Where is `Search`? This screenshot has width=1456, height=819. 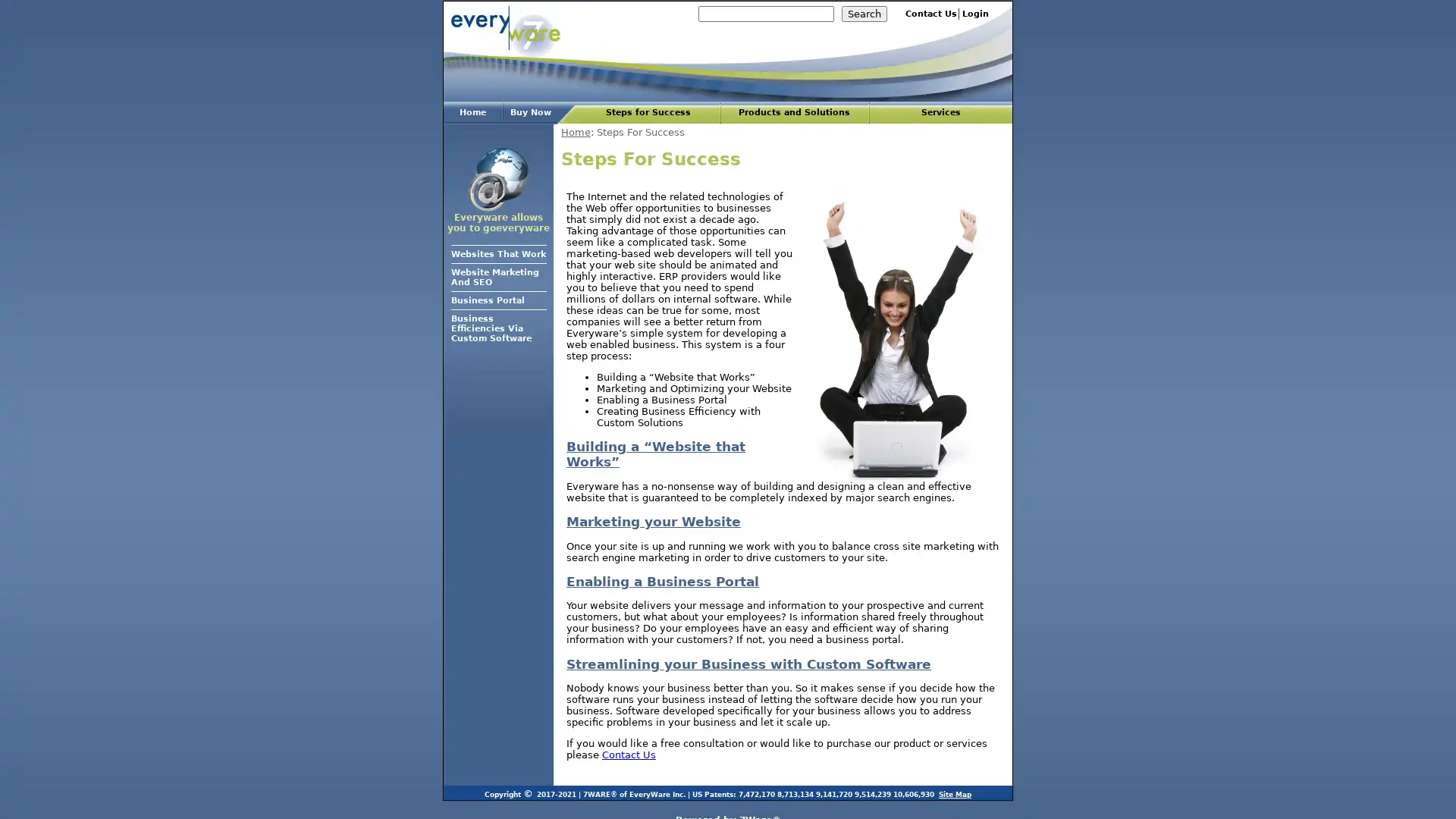 Search is located at coordinates (864, 14).